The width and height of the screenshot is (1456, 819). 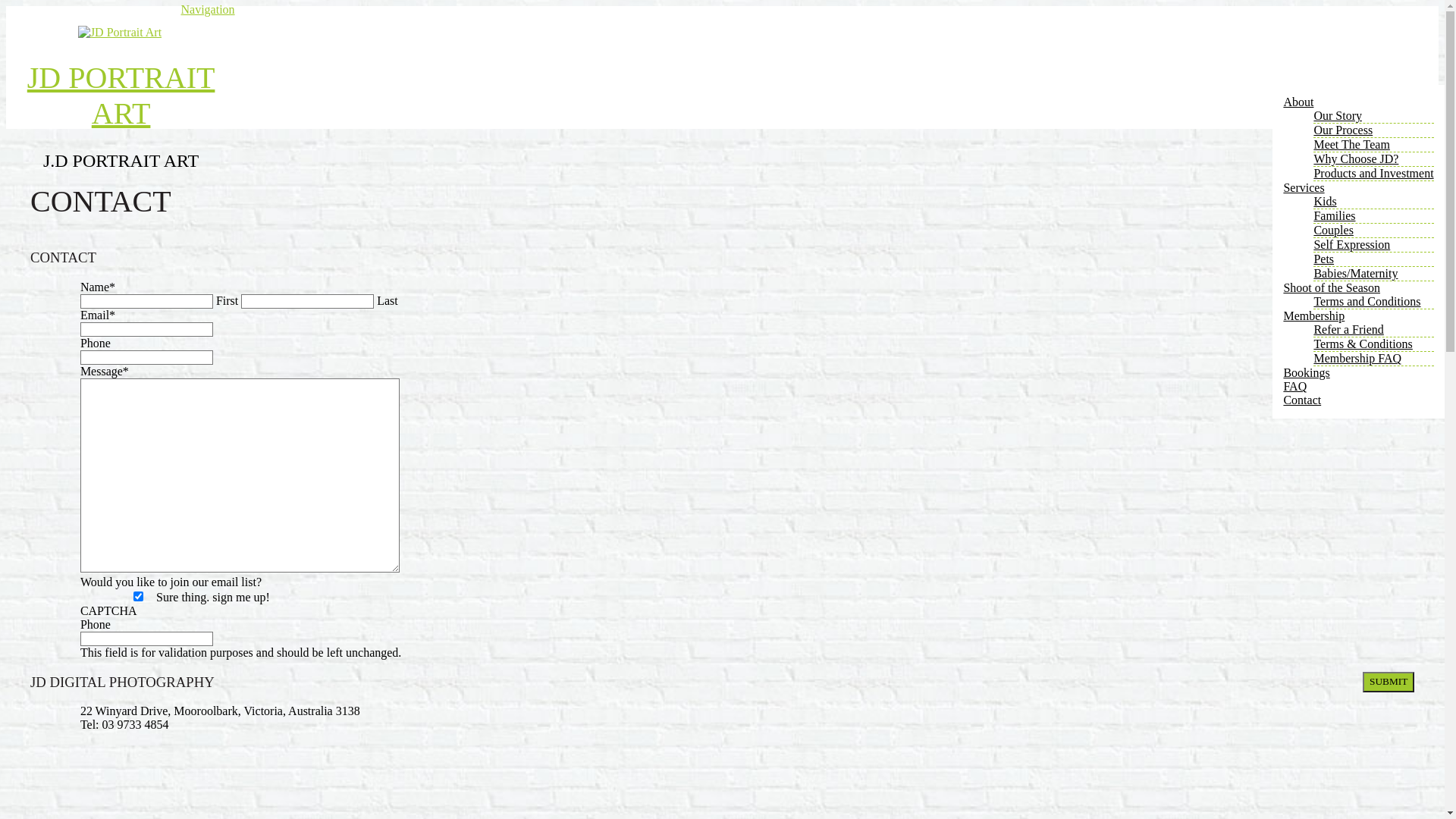 I want to click on 'Kids', so click(x=1324, y=200).